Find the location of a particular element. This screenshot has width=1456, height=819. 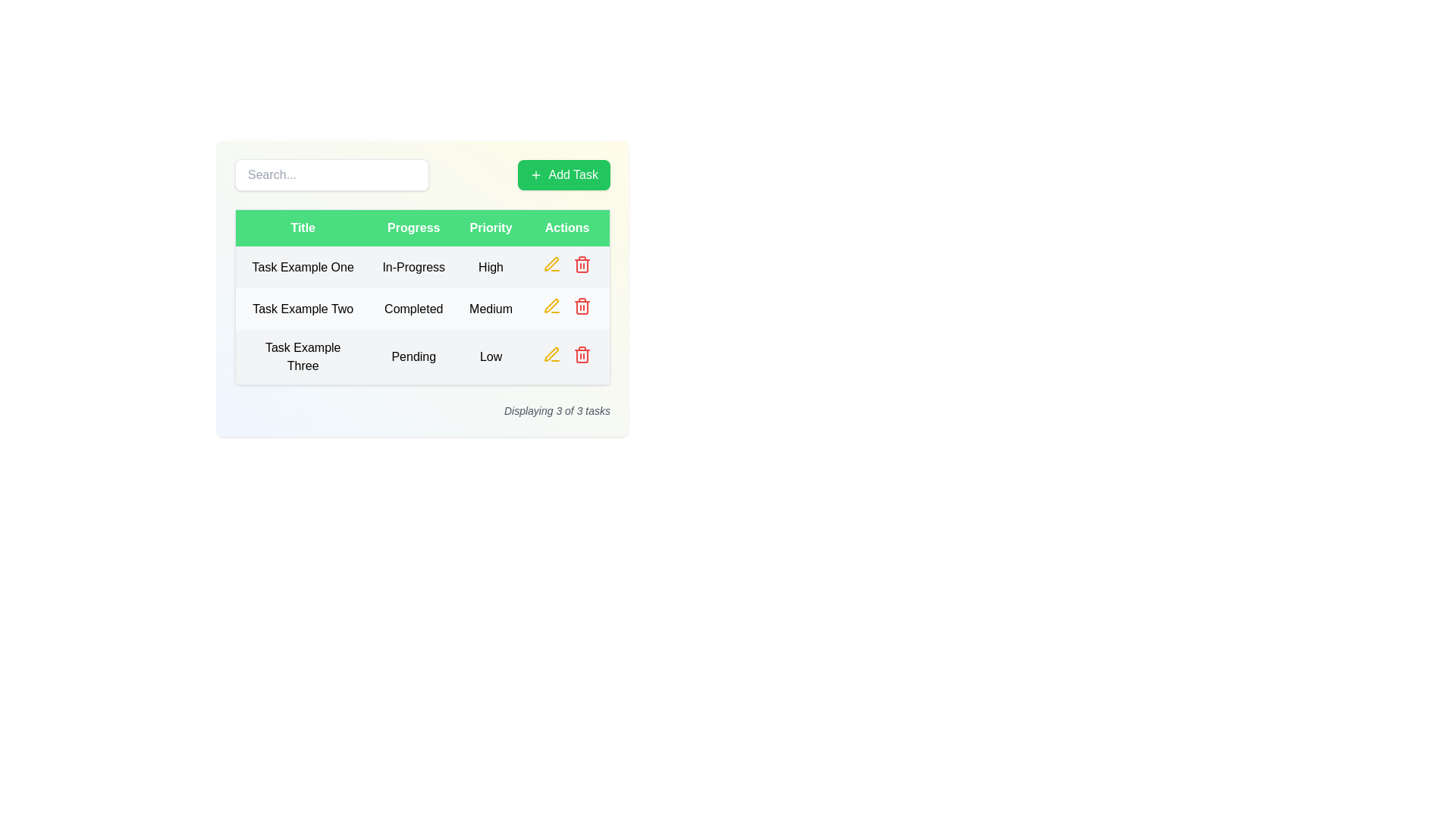

the text label element displaying 'In-Progress', located in the second column of the first row of the table under the 'Progress' column is located at coordinates (413, 266).